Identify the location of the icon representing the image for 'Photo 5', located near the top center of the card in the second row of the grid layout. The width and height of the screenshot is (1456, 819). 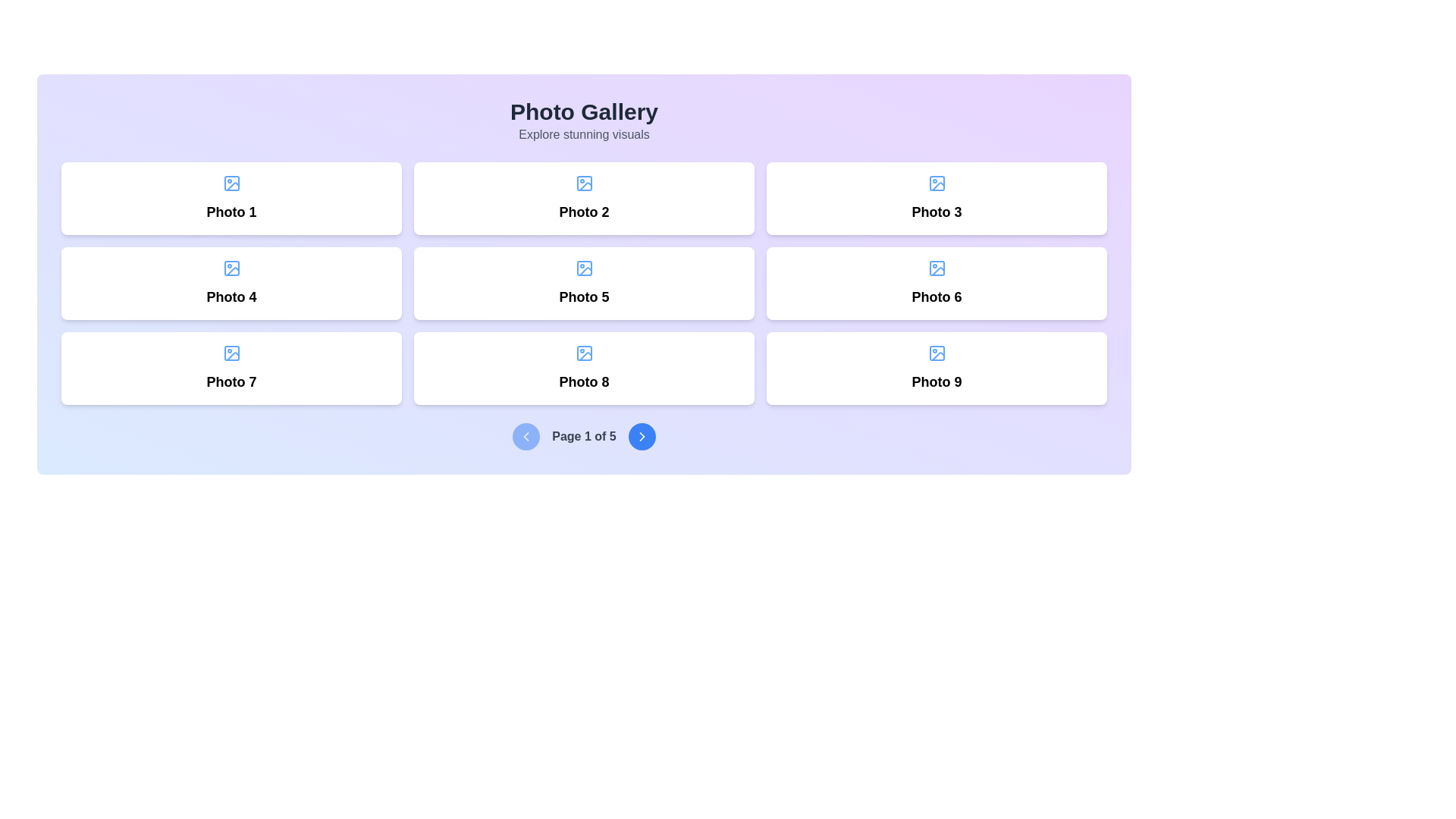
(583, 268).